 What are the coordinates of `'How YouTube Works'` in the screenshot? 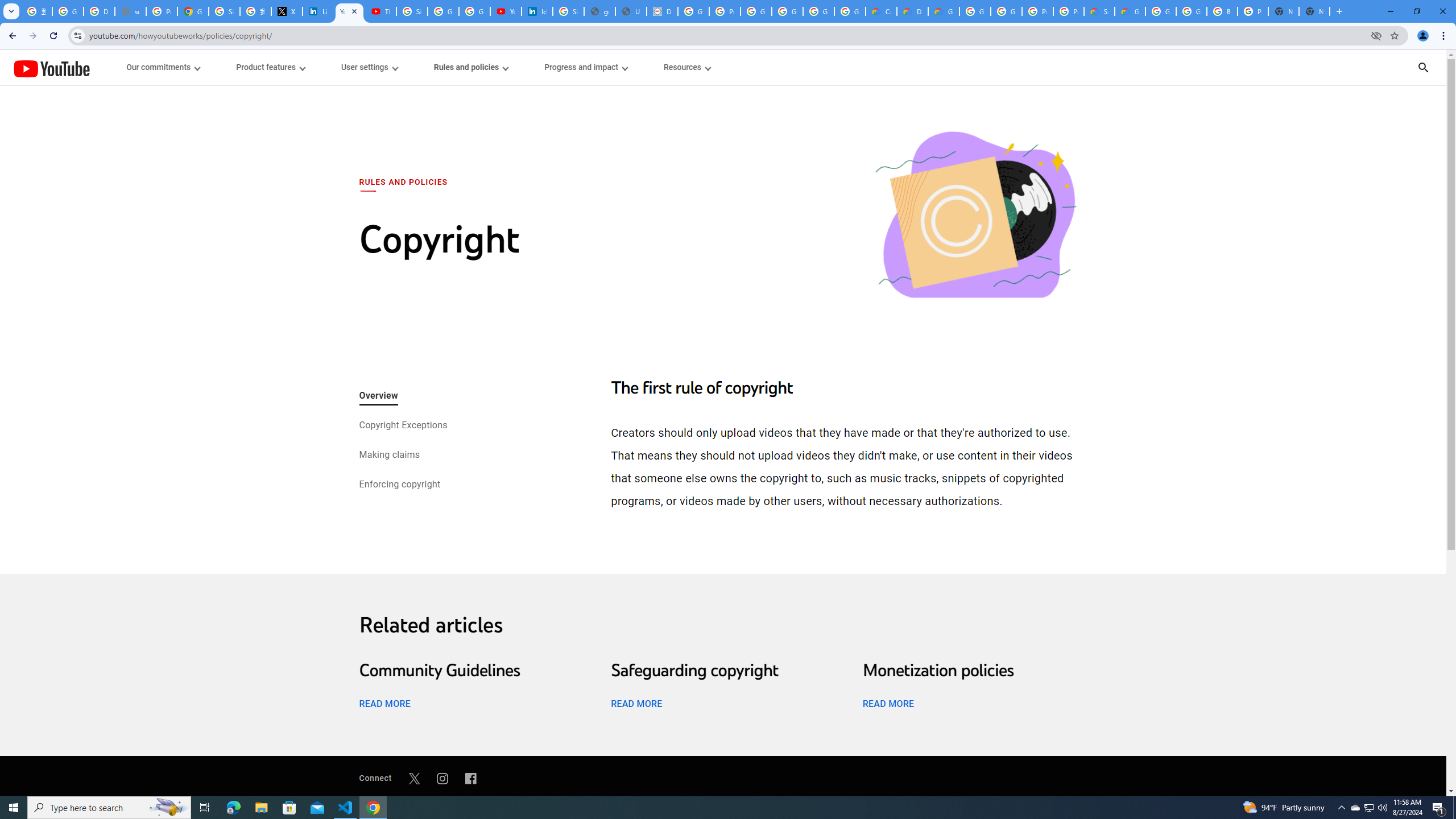 It's located at (51, 67).